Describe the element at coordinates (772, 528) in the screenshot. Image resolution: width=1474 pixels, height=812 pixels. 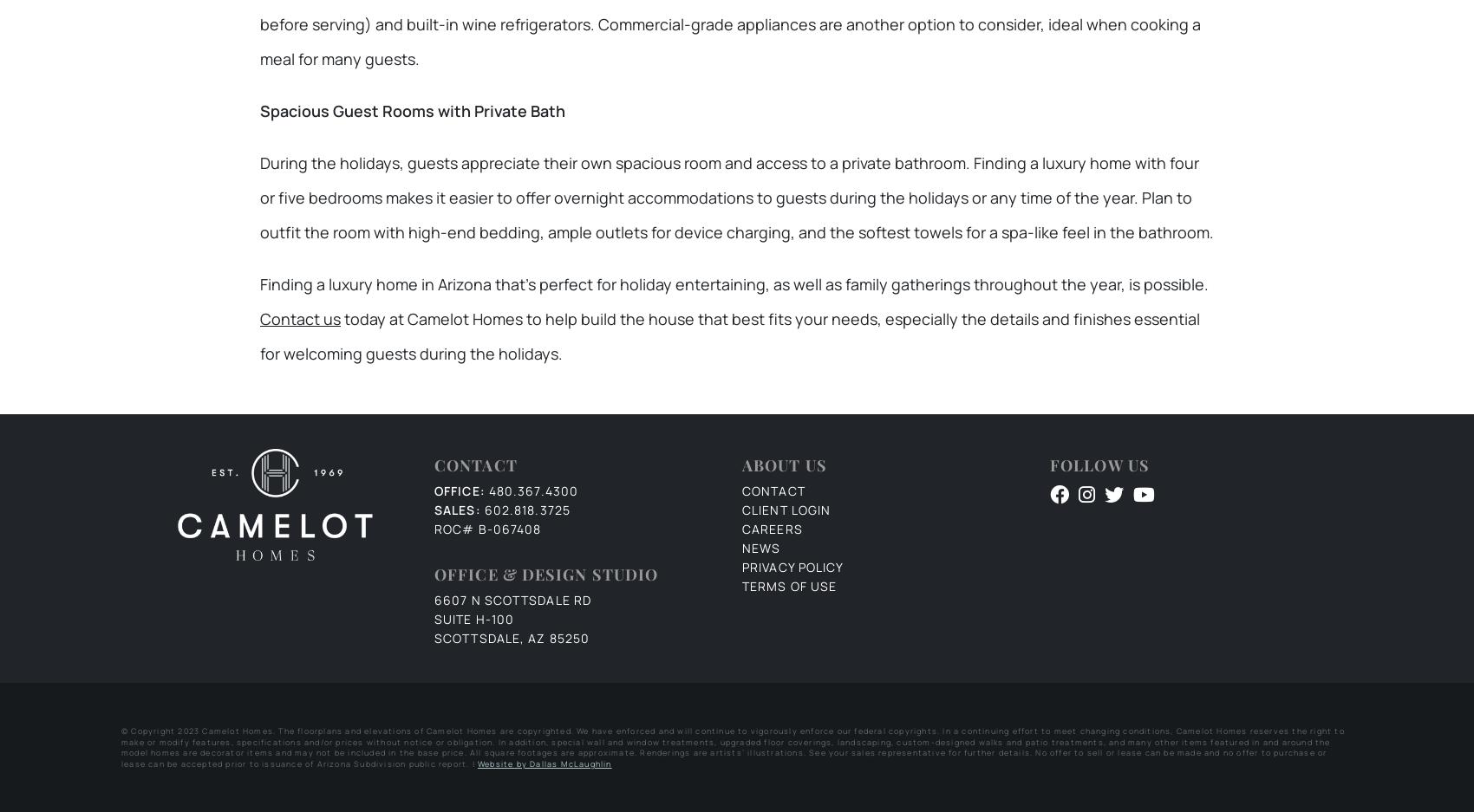
I see `'Careers'` at that location.